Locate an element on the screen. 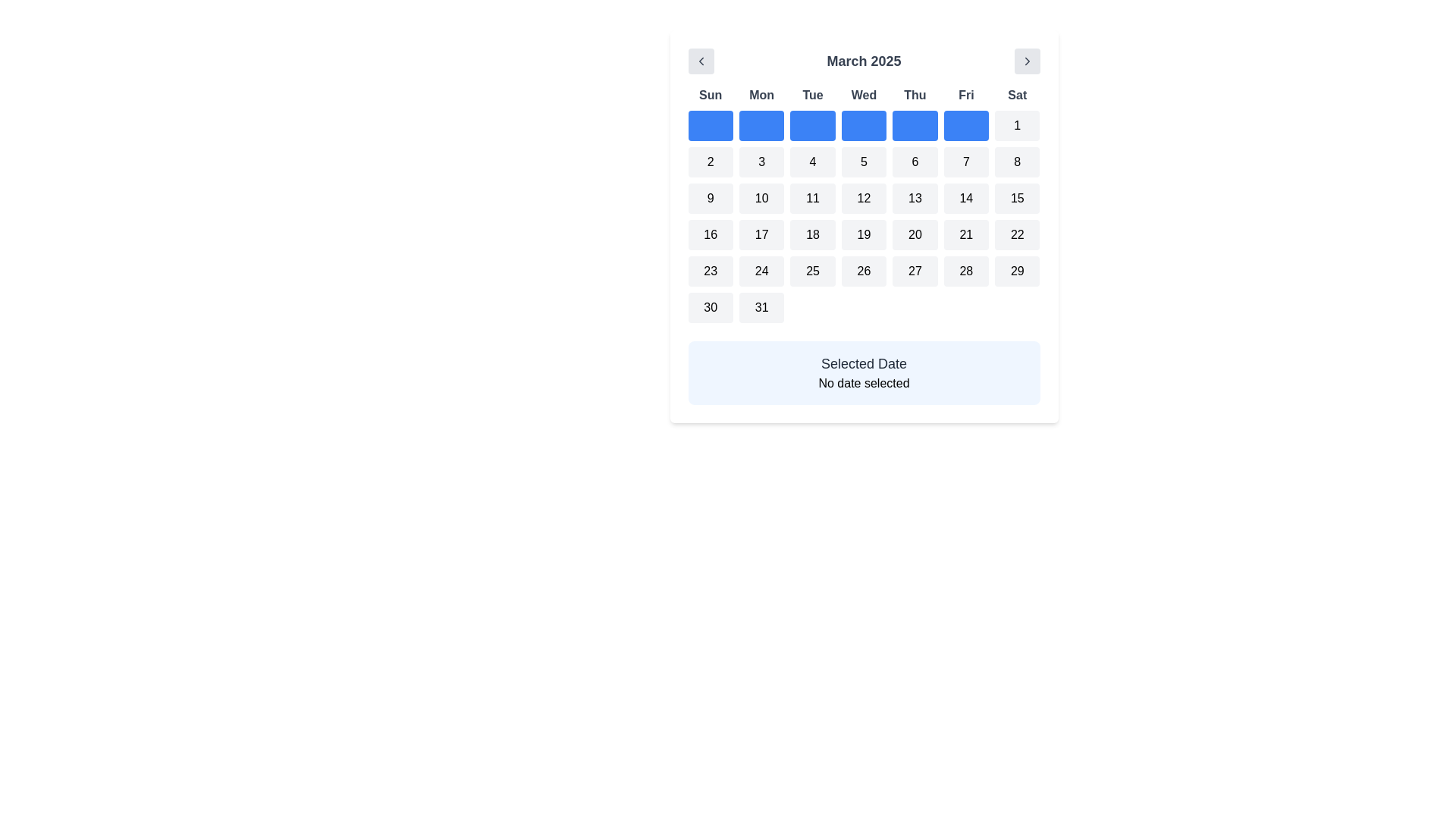 Image resolution: width=1456 pixels, height=819 pixels. the calendar date button for March 9, 2025, located in the third row and first column under the 'Sun' label is located at coordinates (710, 198).